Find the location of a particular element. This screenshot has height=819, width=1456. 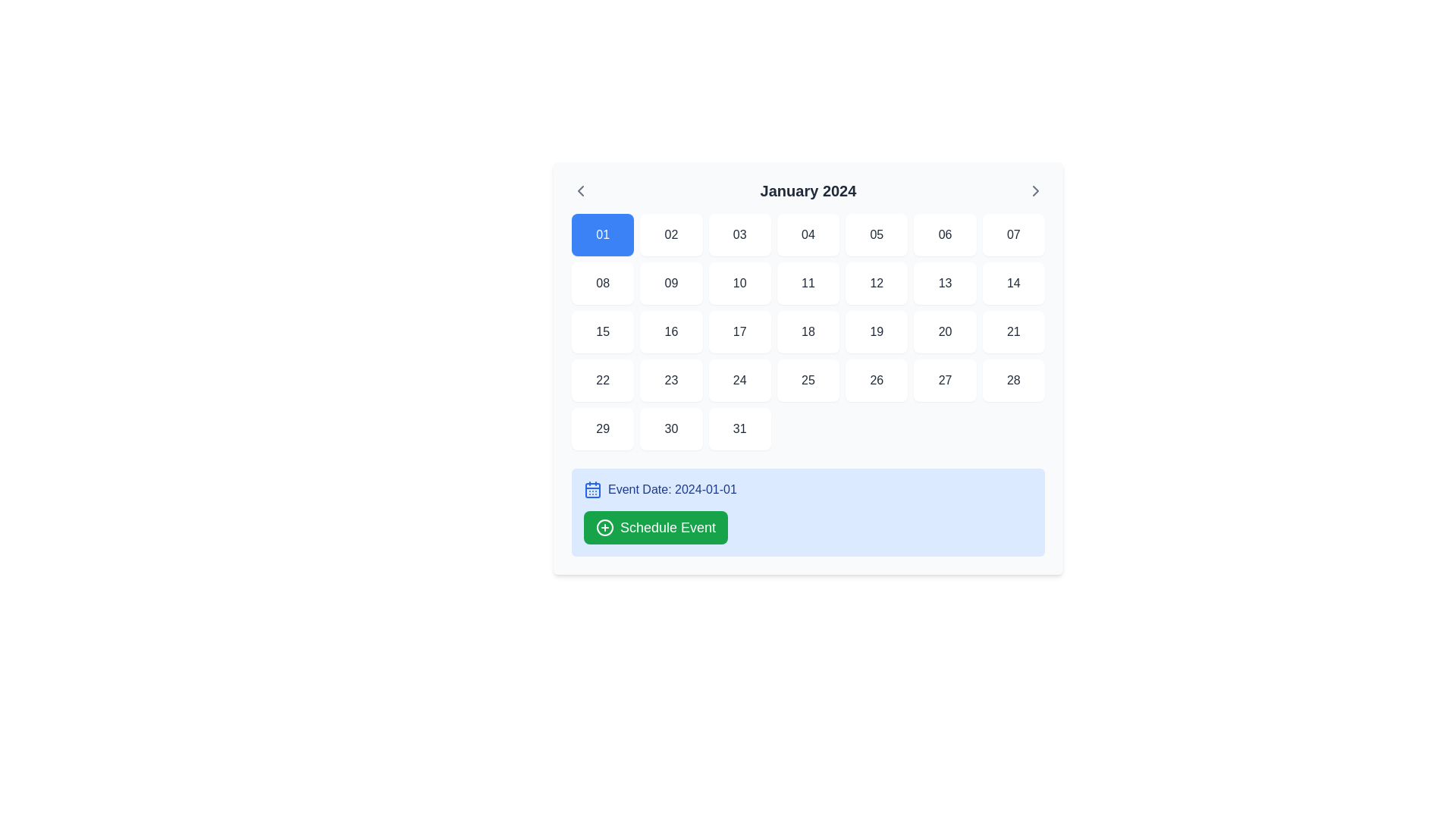

the calendar day button representing the 14th day, located in the second row and seventh column of the calendar grid is located at coordinates (1013, 284).